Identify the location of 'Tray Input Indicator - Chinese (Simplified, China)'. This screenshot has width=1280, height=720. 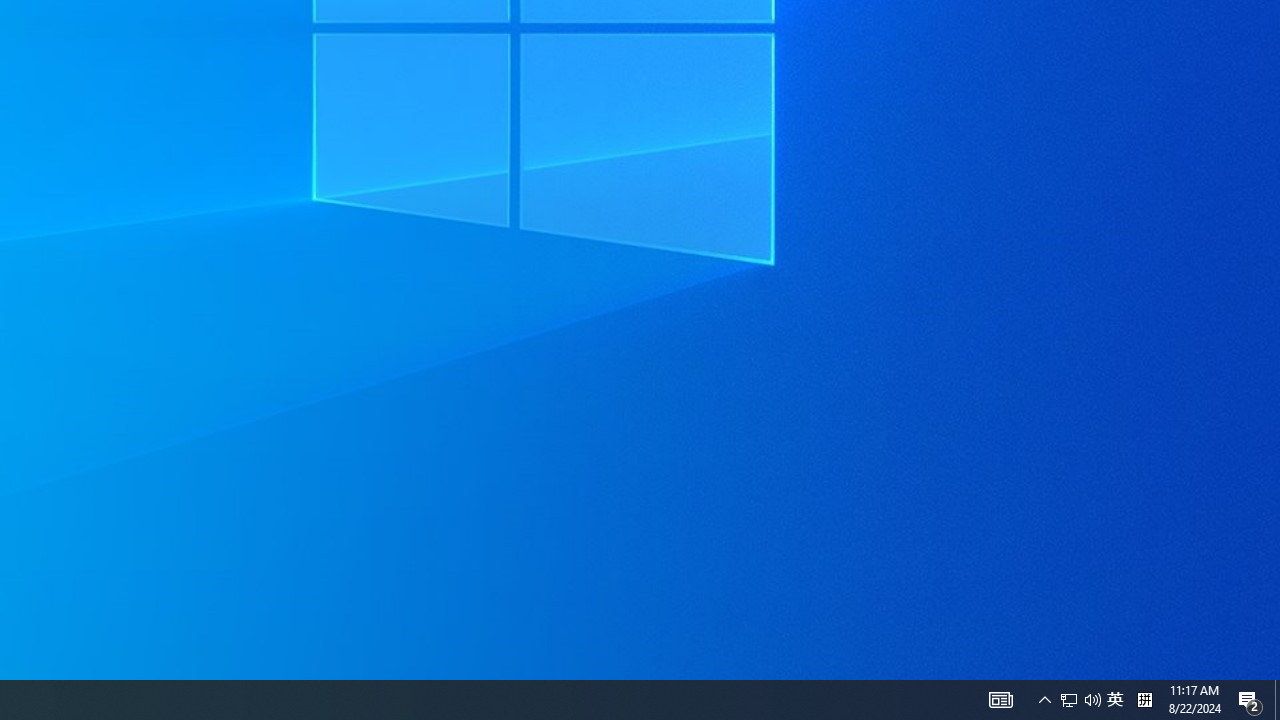
(1144, 698).